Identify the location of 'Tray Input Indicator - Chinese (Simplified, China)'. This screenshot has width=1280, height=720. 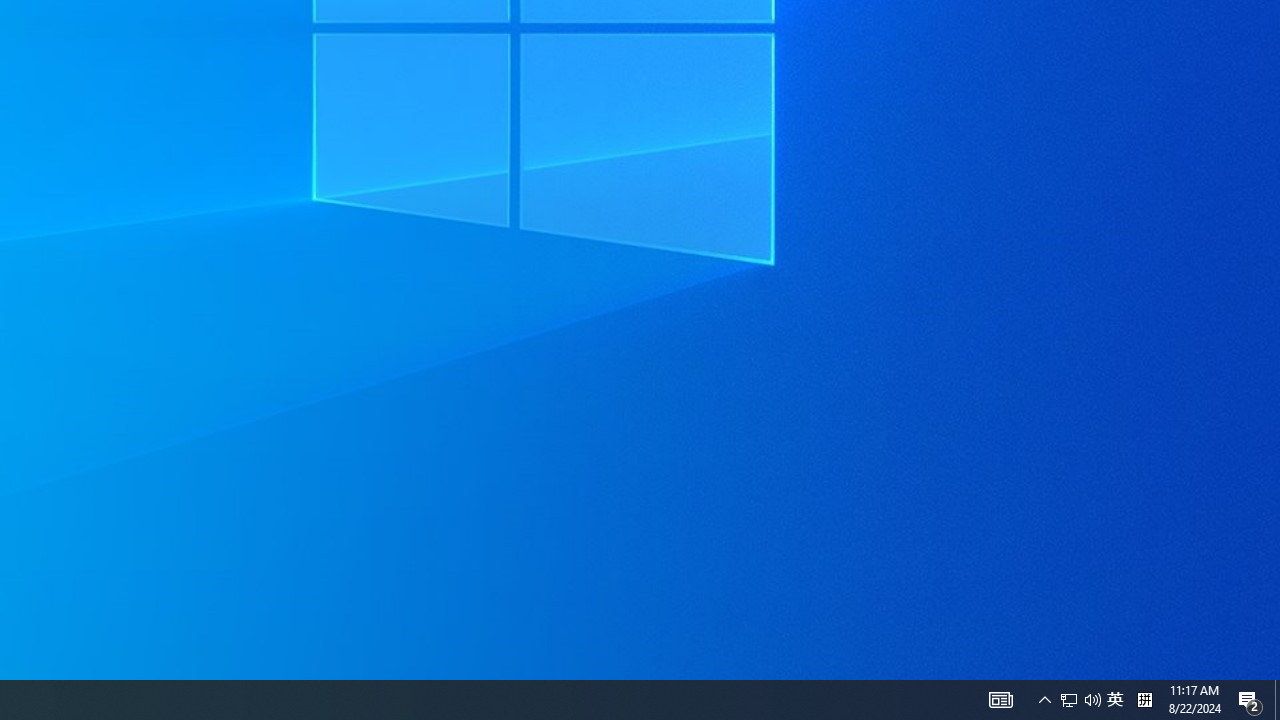
(1144, 698).